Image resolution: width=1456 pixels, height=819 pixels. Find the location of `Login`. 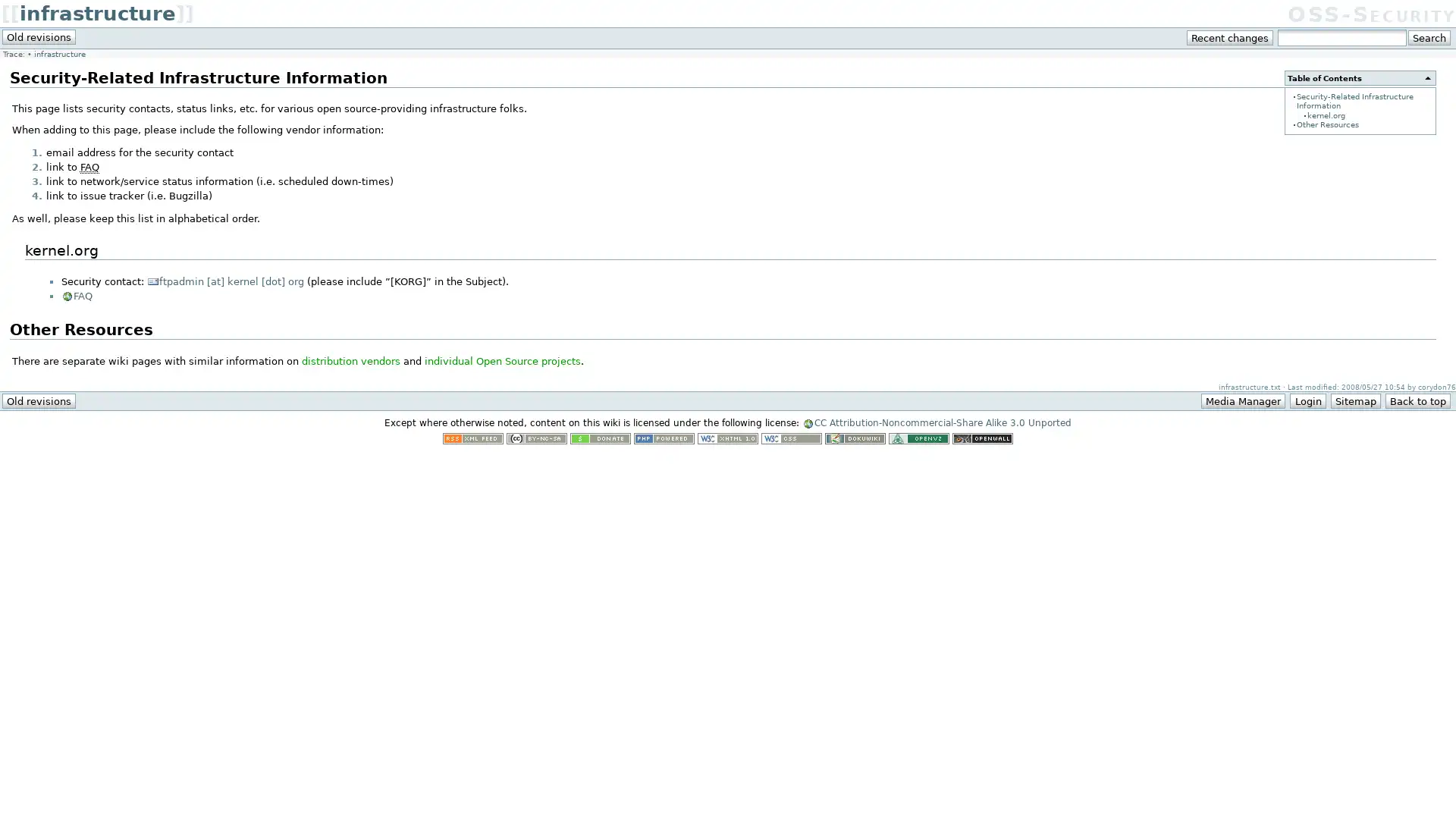

Login is located at coordinates (1307, 400).